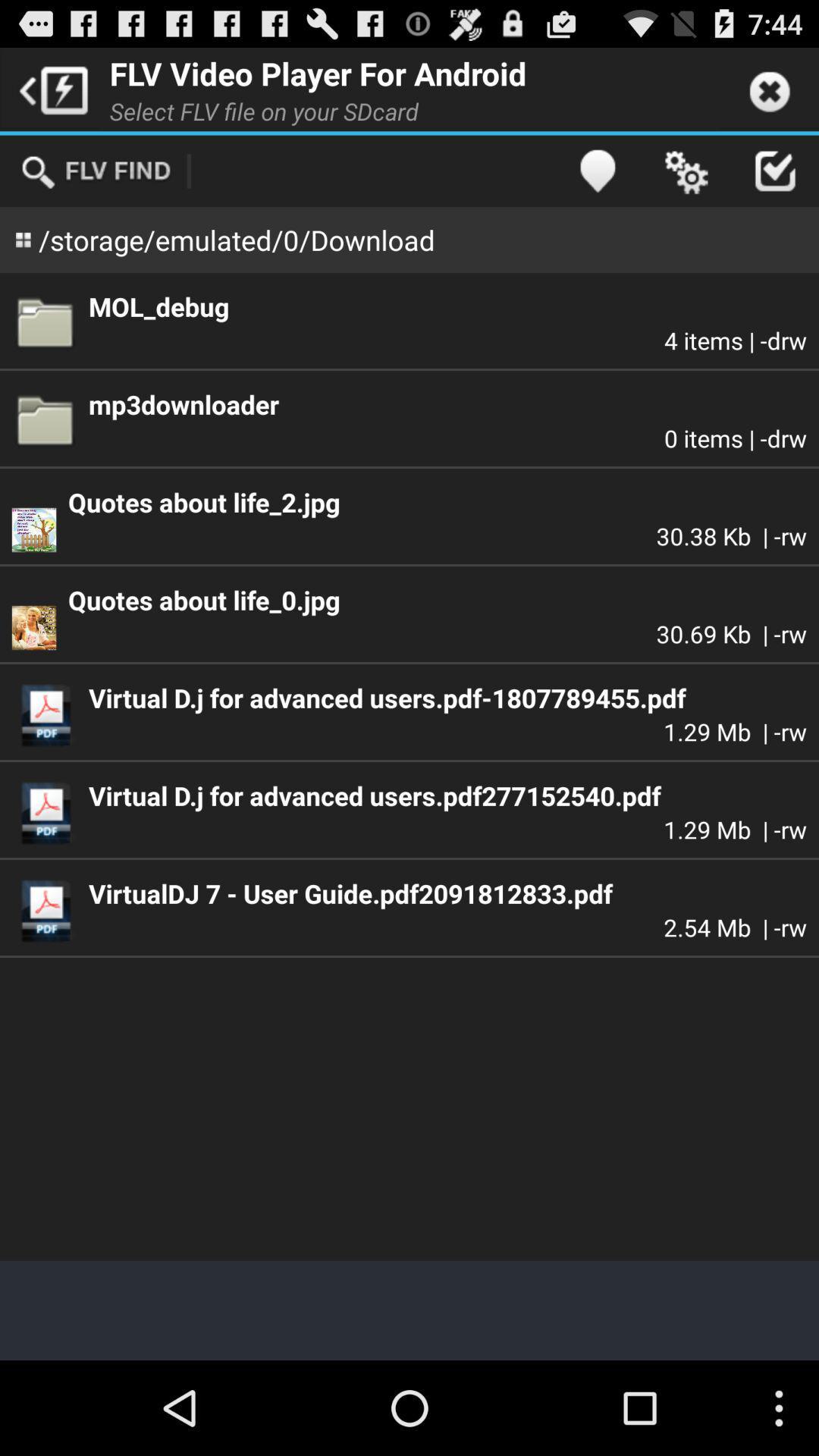  What do you see at coordinates (447, 306) in the screenshot?
I see `the app below storage emulated 0 app` at bounding box center [447, 306].